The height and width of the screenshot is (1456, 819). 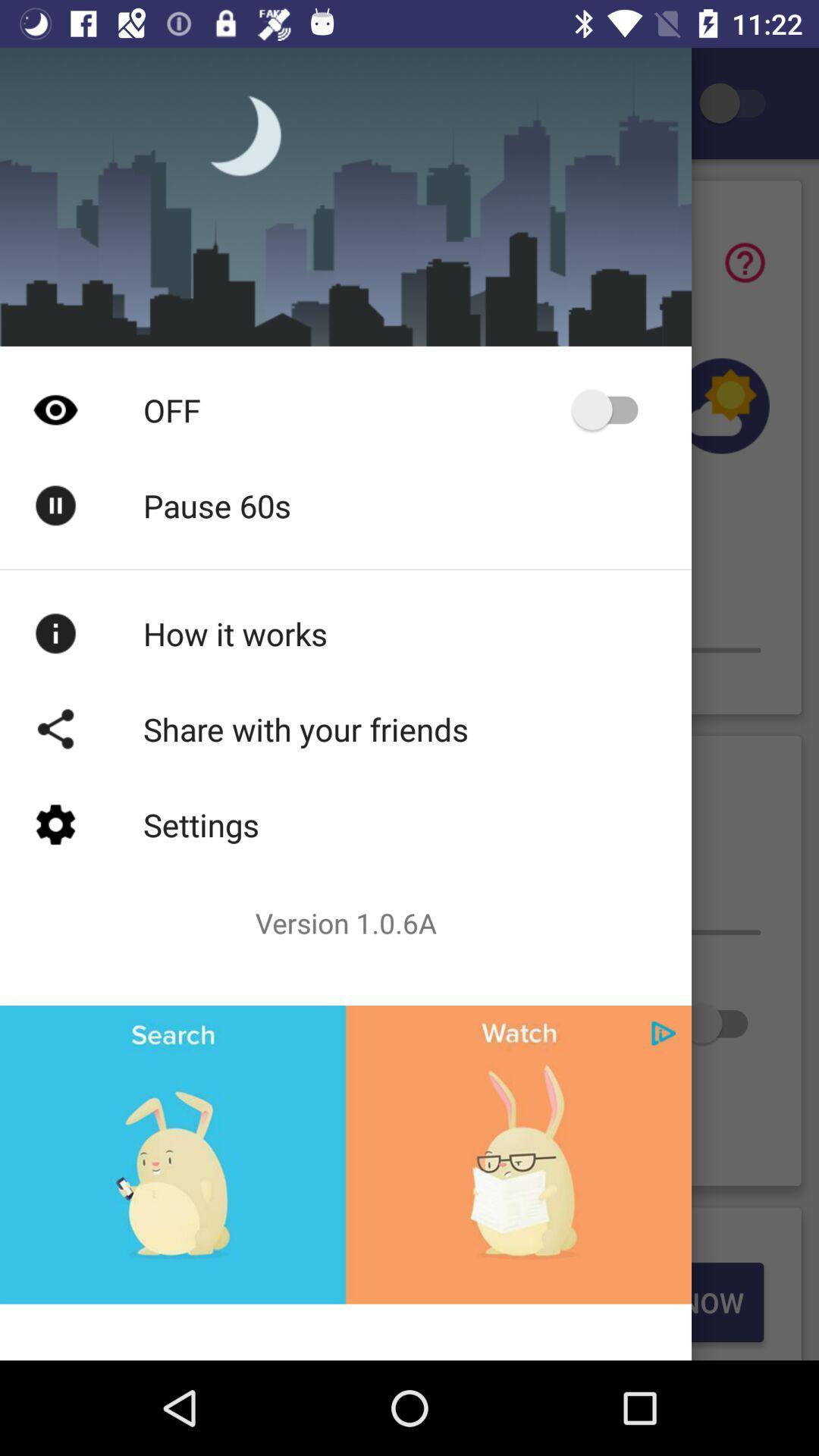 What do you see at coordinates (663, 1032) in the screenshot?
I see `button` at bounding box center [663, 1032].